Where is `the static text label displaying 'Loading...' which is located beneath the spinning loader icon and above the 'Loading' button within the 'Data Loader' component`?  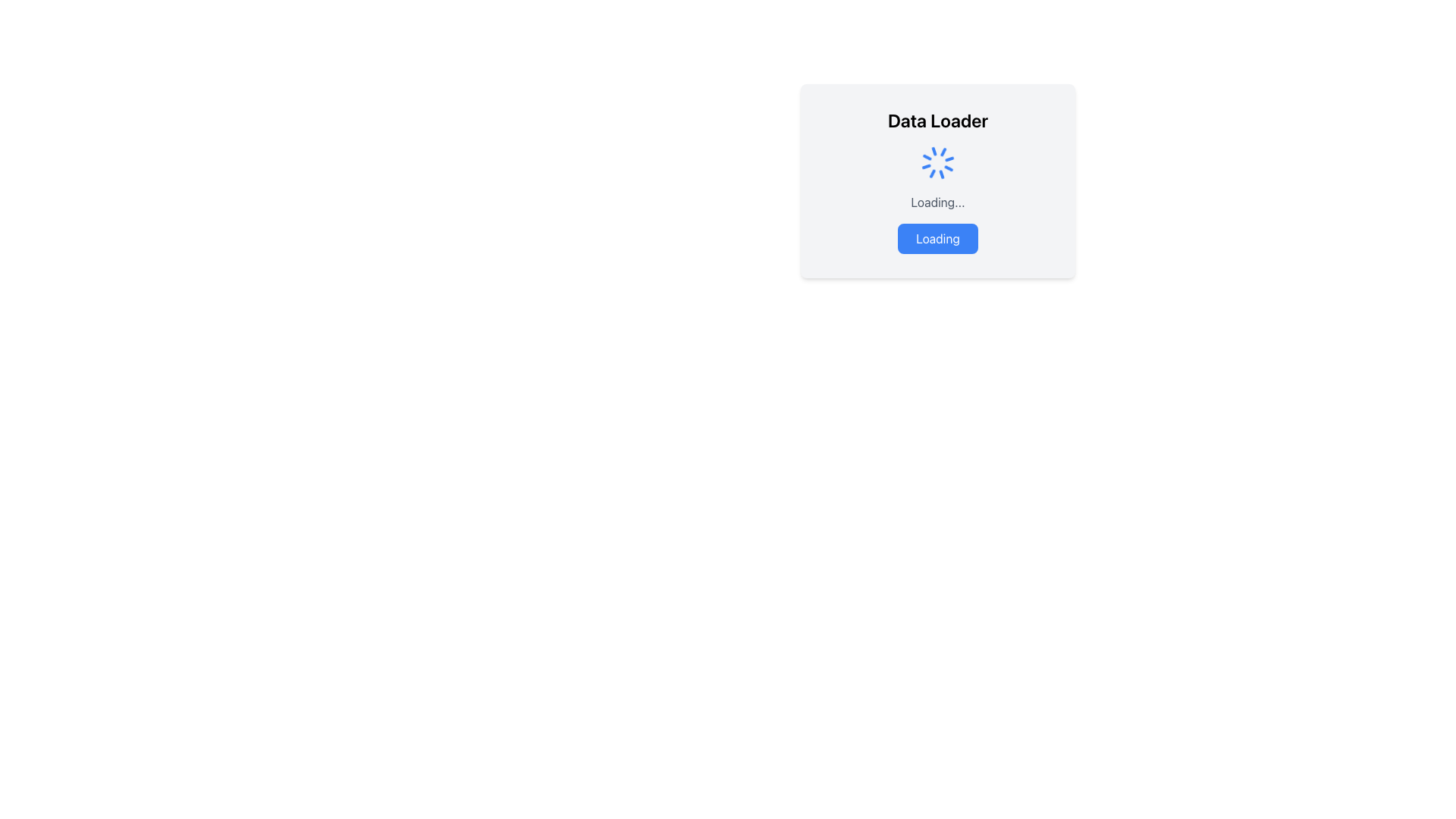
the static text label displaying 'Loading...' which is located beneath the spinning loader icon and above the 'Loading' button within the 'Data Loader' component is located at coordinates (937, 201).